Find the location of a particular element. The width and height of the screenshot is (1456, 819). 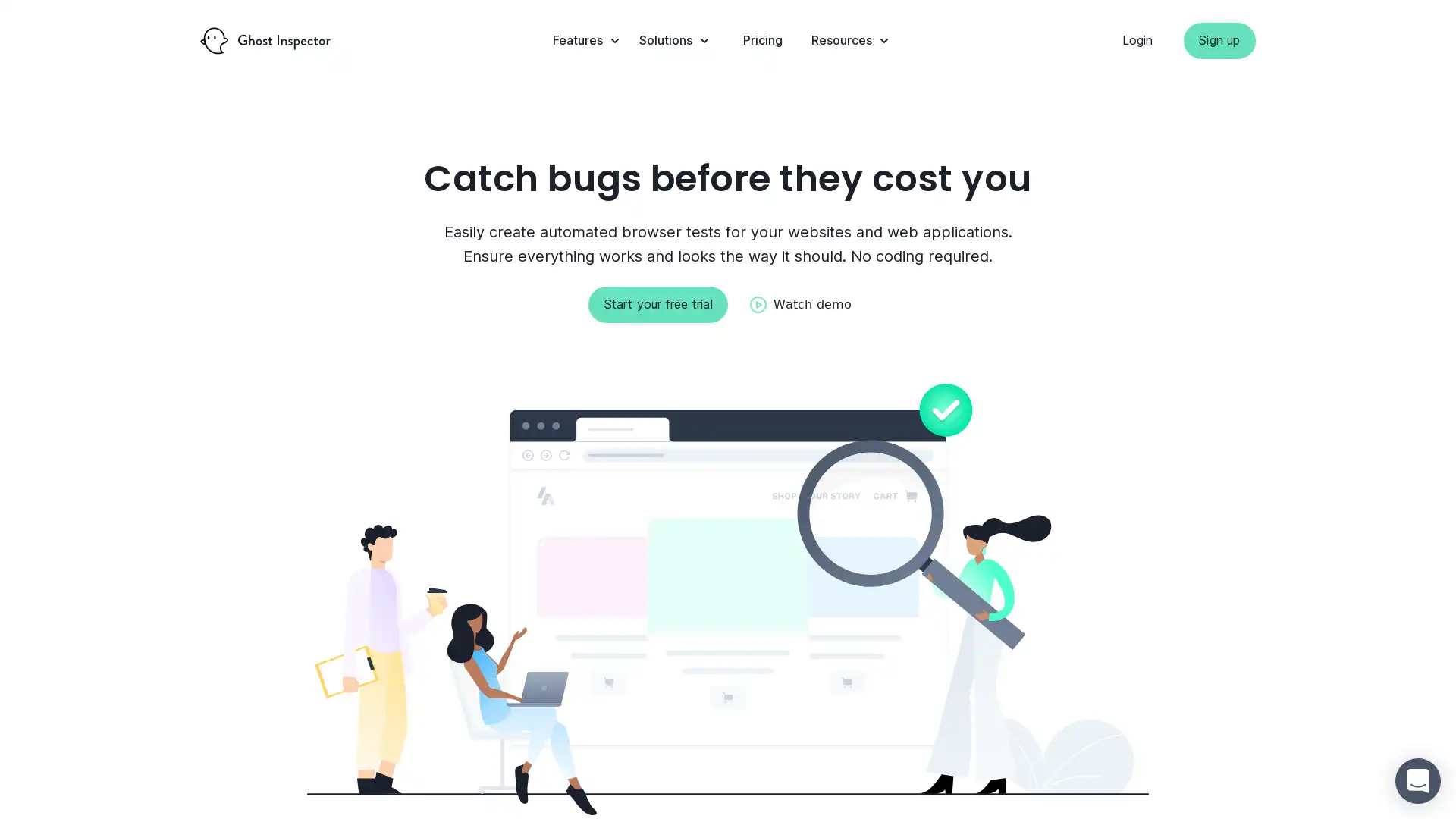

Watch demo is located at coordinates (799, 304).